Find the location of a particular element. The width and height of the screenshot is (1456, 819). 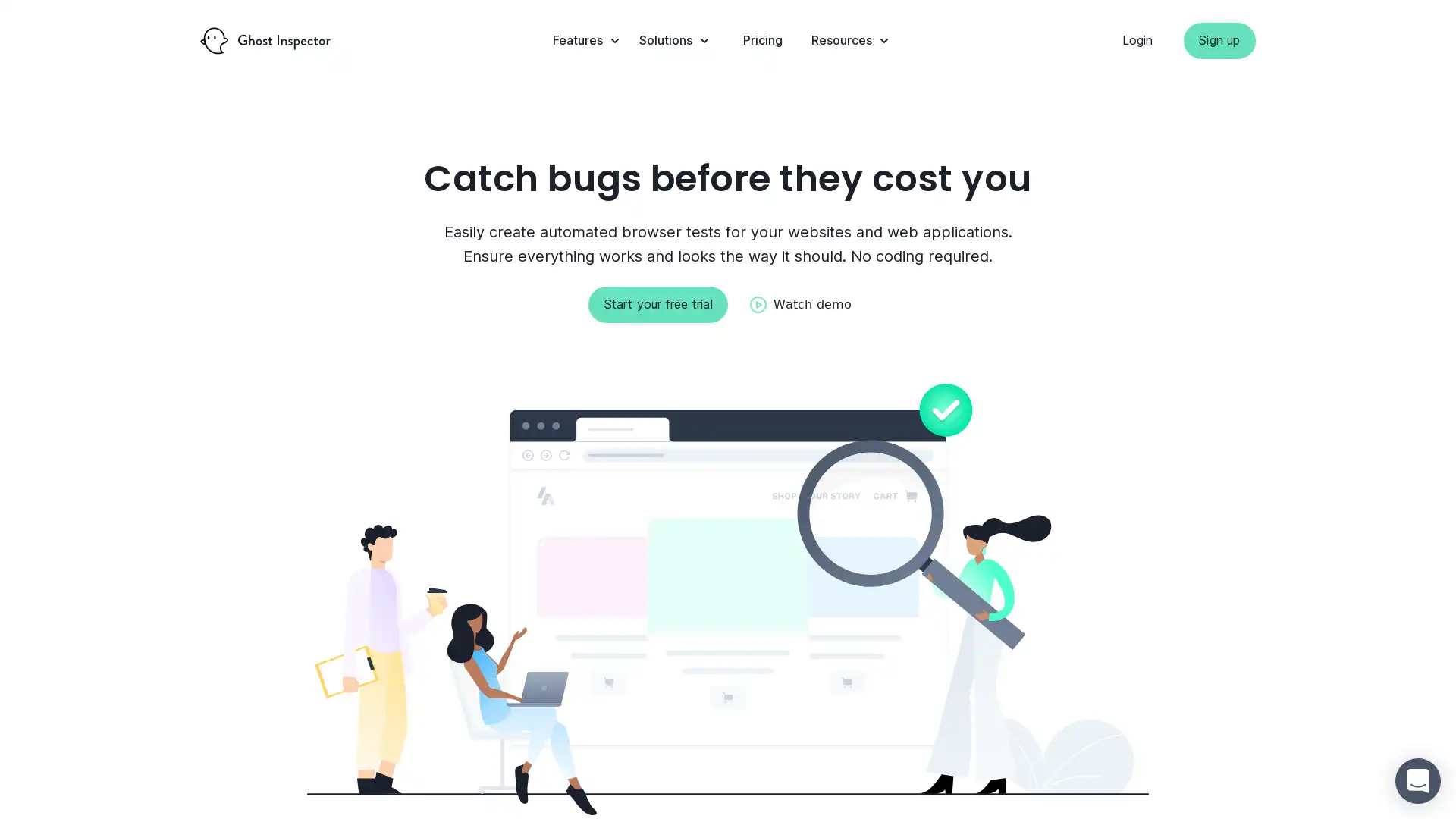

Watch demo is located at coordinates (799, 304).